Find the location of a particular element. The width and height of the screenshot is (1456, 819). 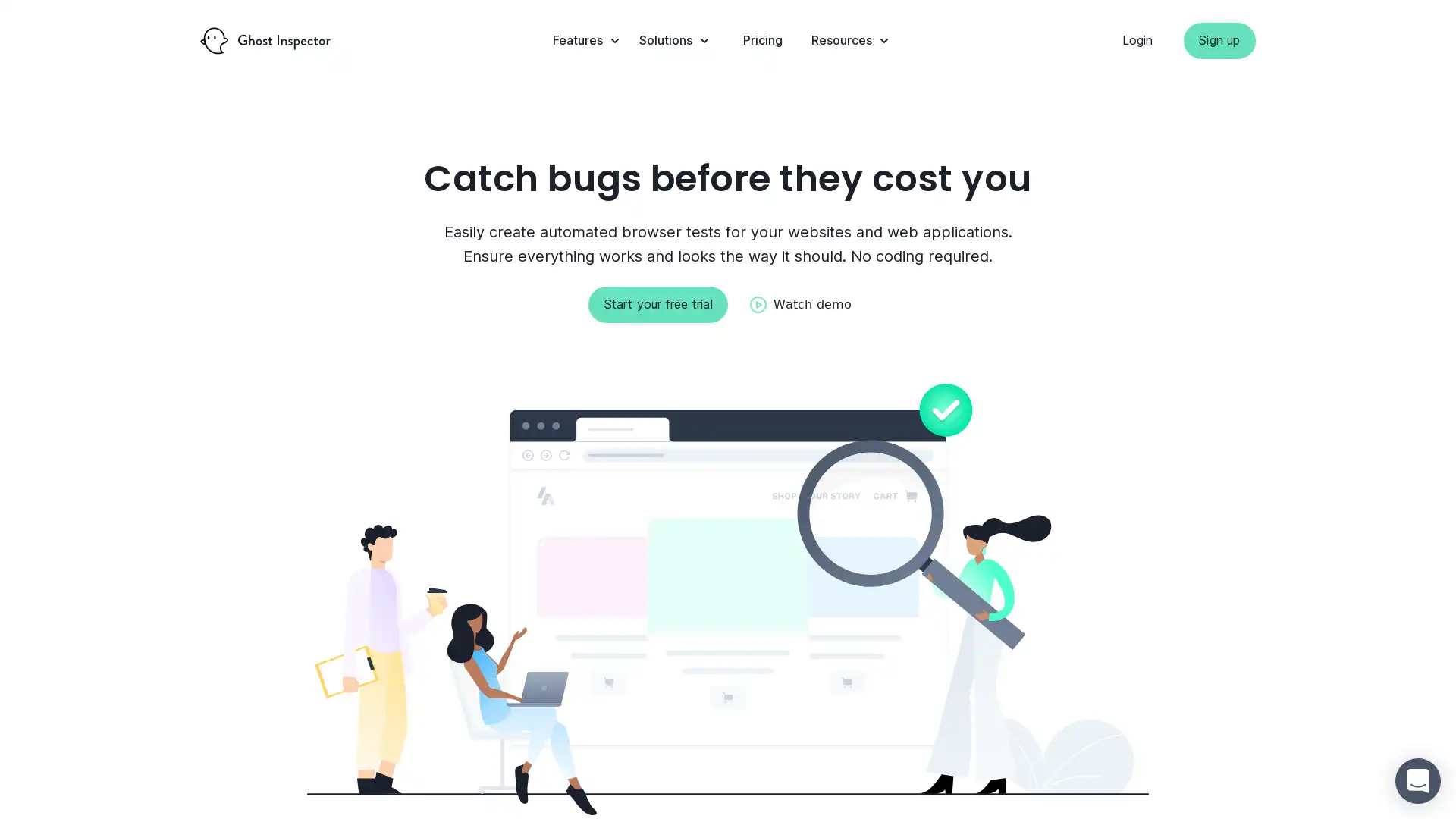

Watch demo is located at coordinates (799, 304).